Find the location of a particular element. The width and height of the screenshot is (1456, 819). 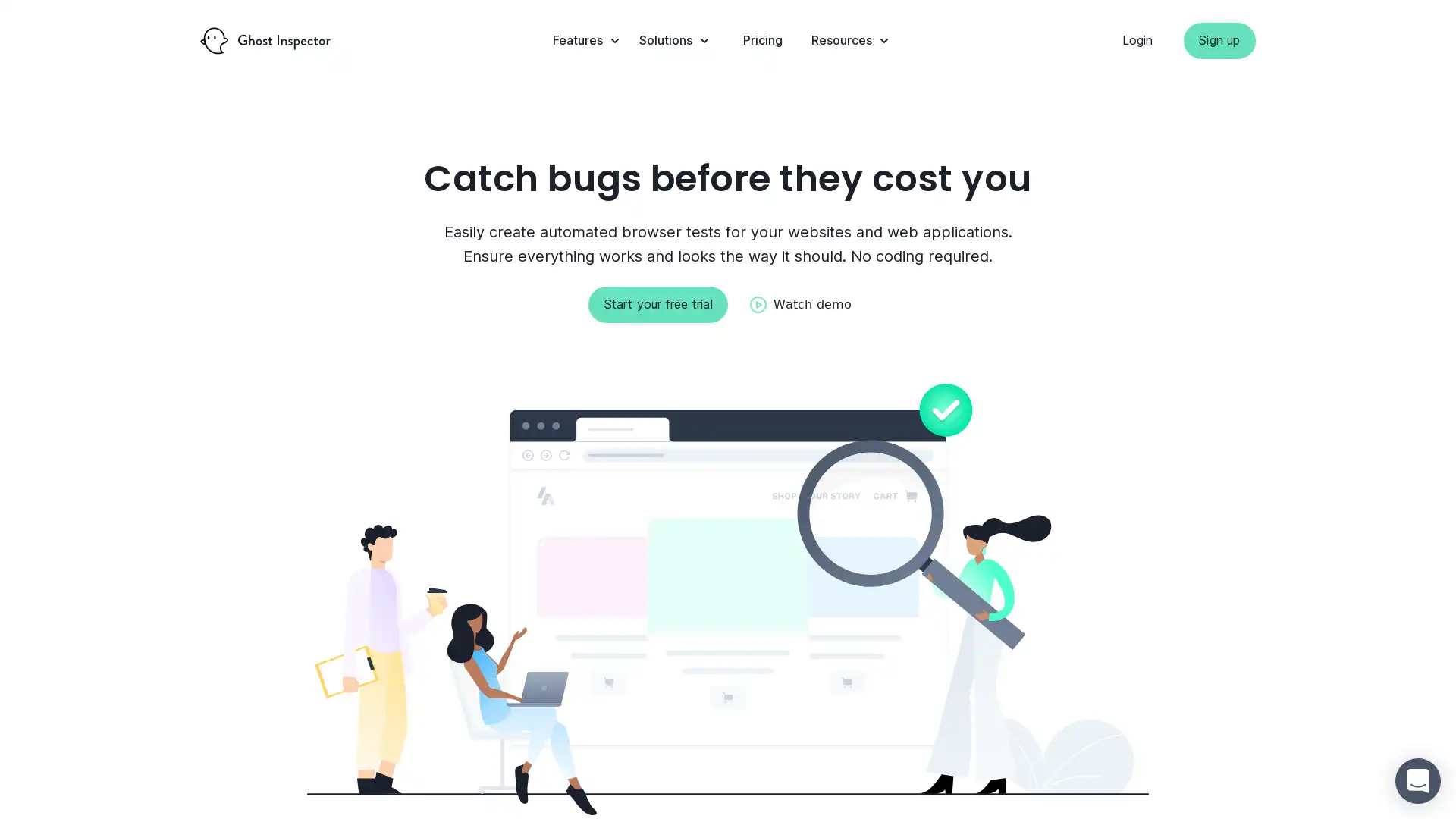

Watch demo is located at coordinates (799, 304).